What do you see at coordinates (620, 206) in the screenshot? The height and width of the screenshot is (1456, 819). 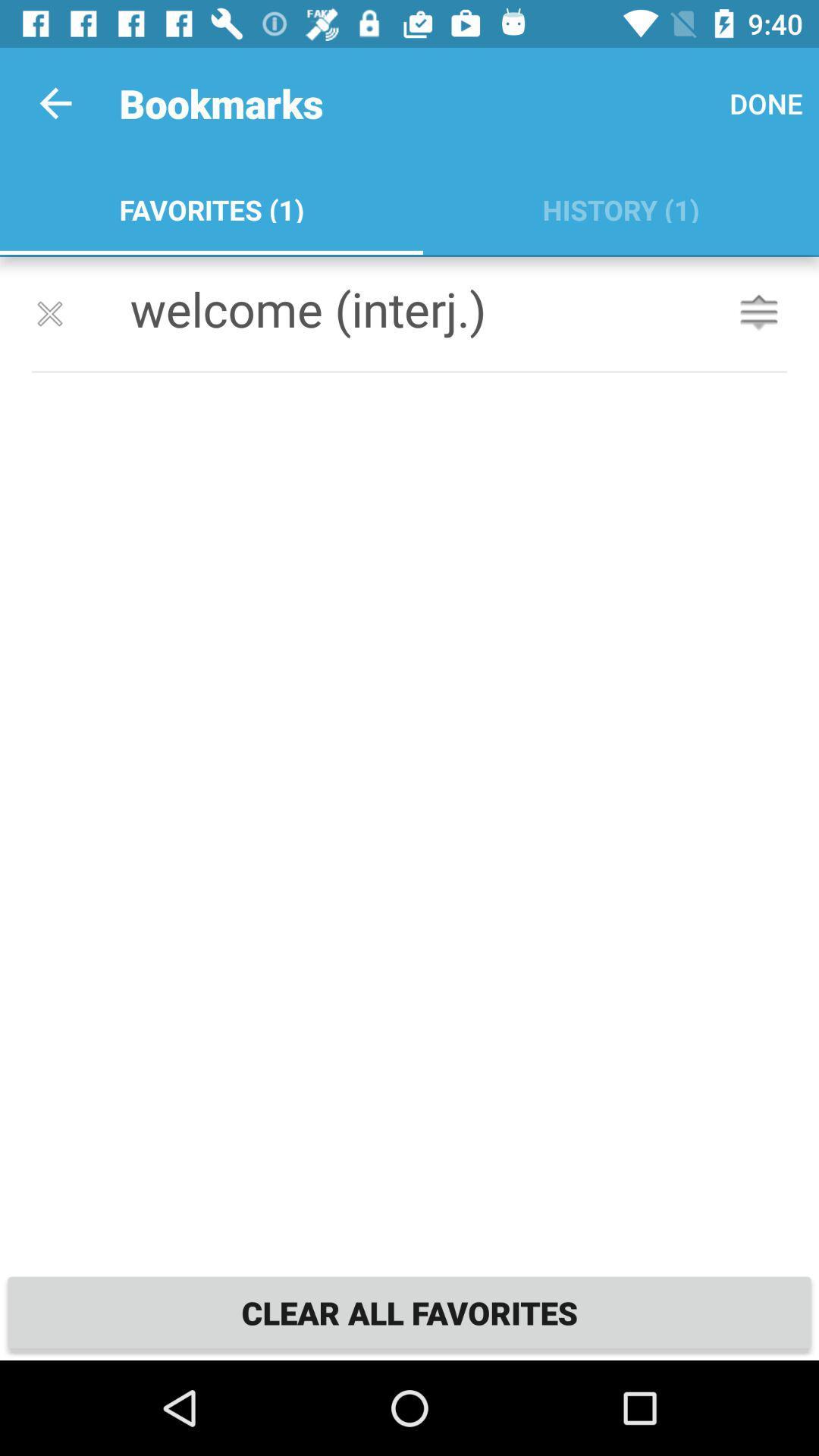 I see `history (1) item` at bounding box center [620, 206].